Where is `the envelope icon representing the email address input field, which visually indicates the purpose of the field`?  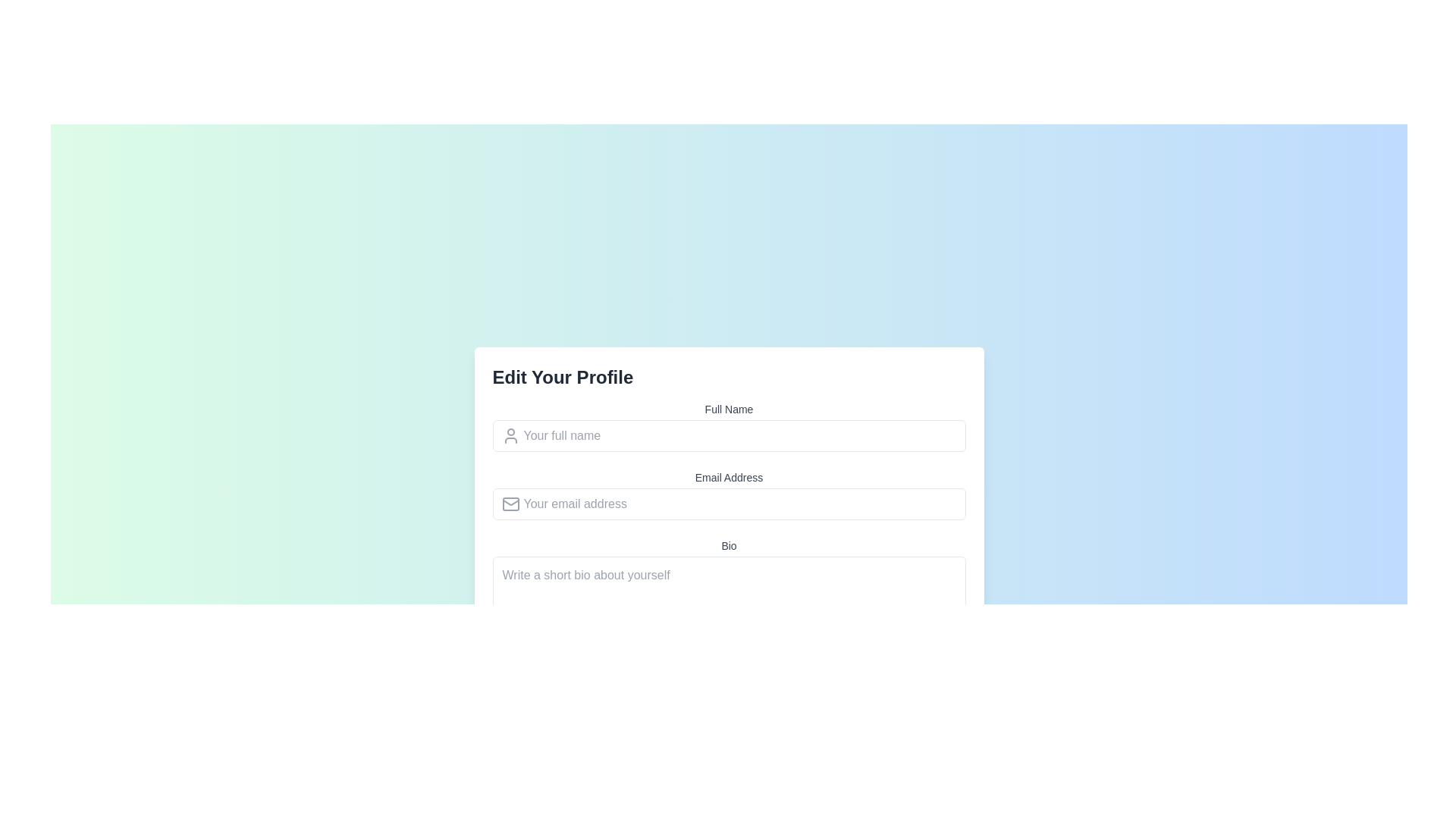 the envelope icon representing the email address input field, which visually indicates the purpose of the field is located at coordinates (510, 504).